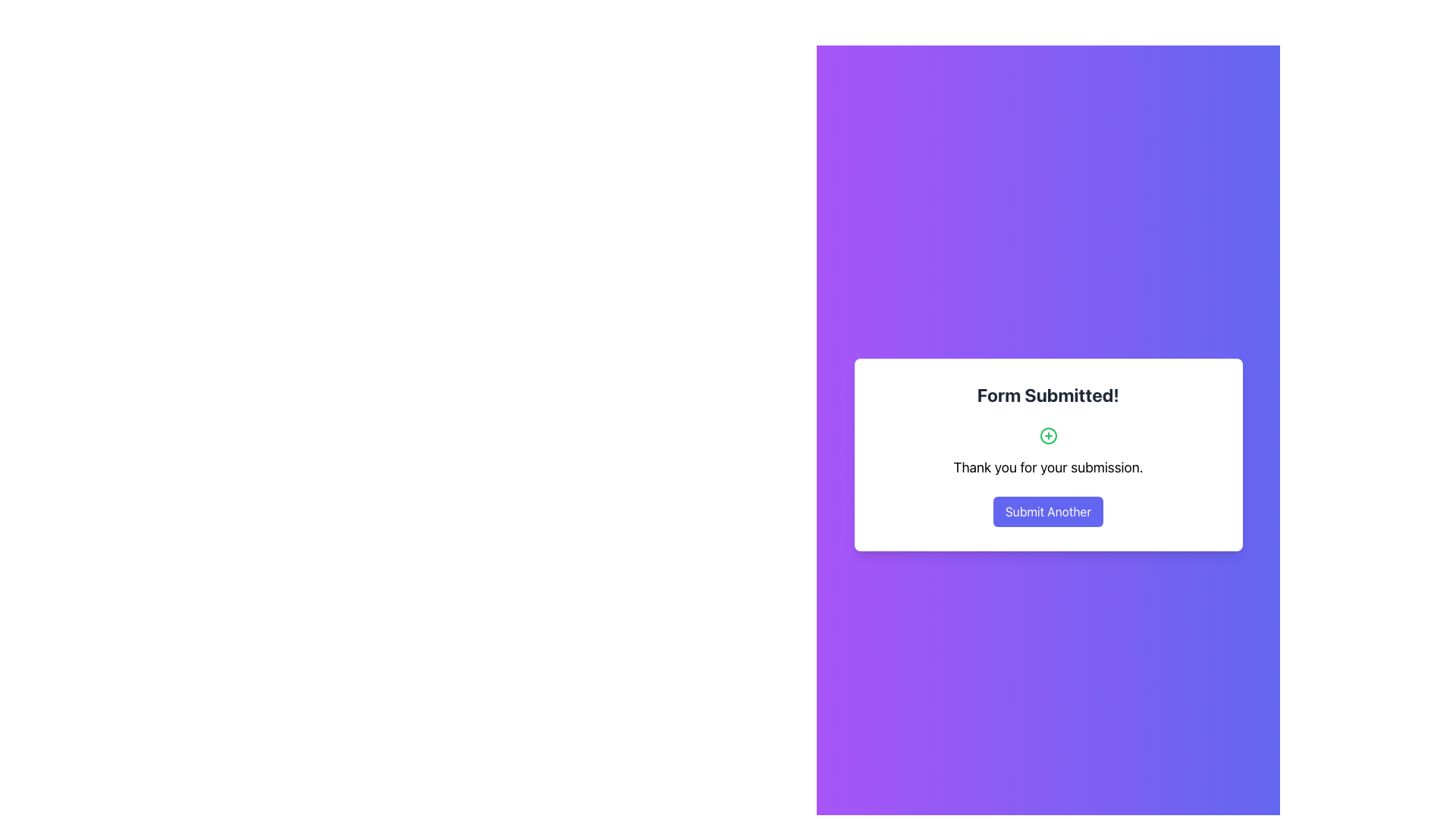  I want to click on the confirmation plus icon in the Message Dialog Box that indicates successful form submission, so click(1047, 454).